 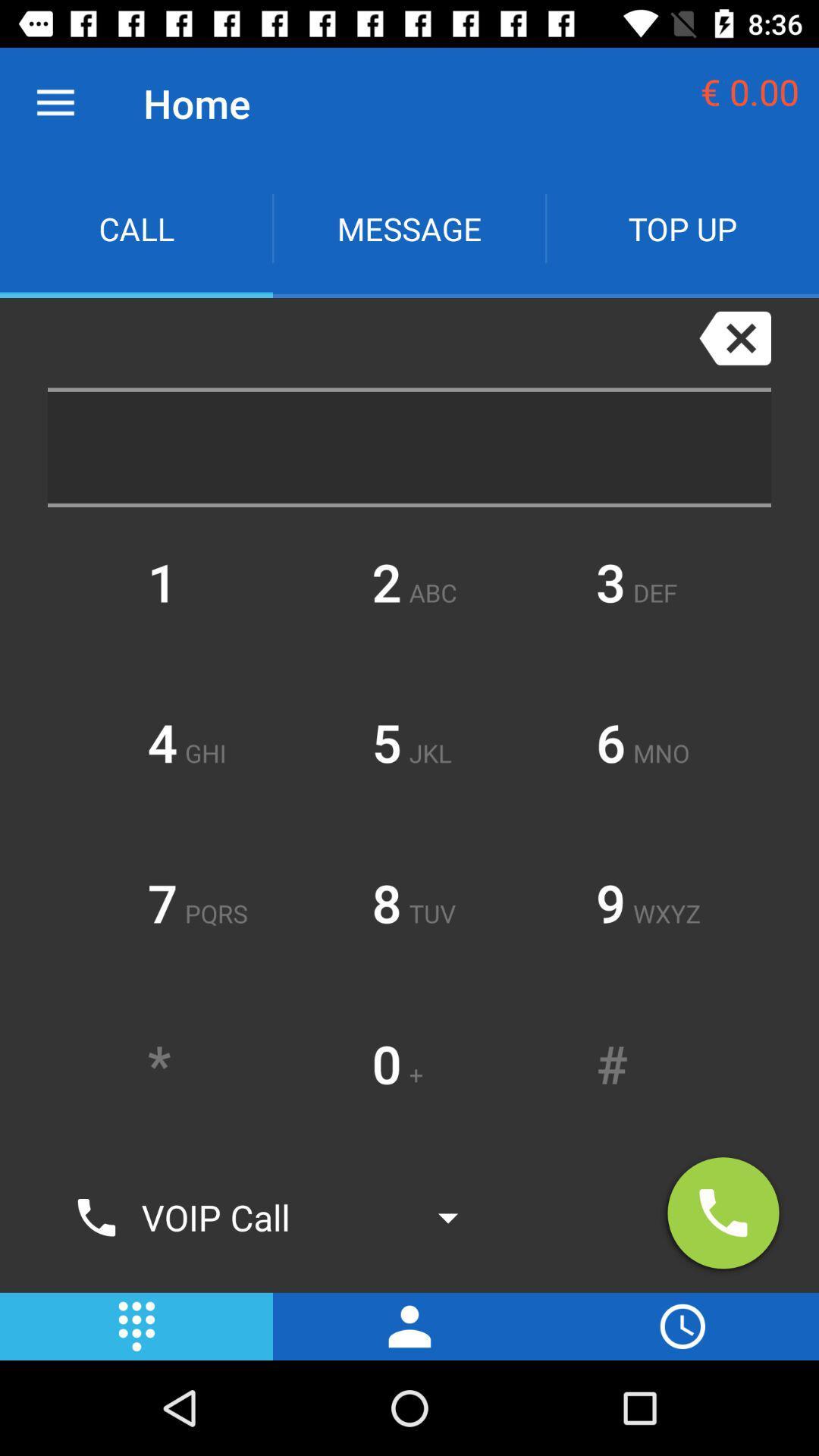 I want to click on the avatar icon, so click(x=409, y=1326).